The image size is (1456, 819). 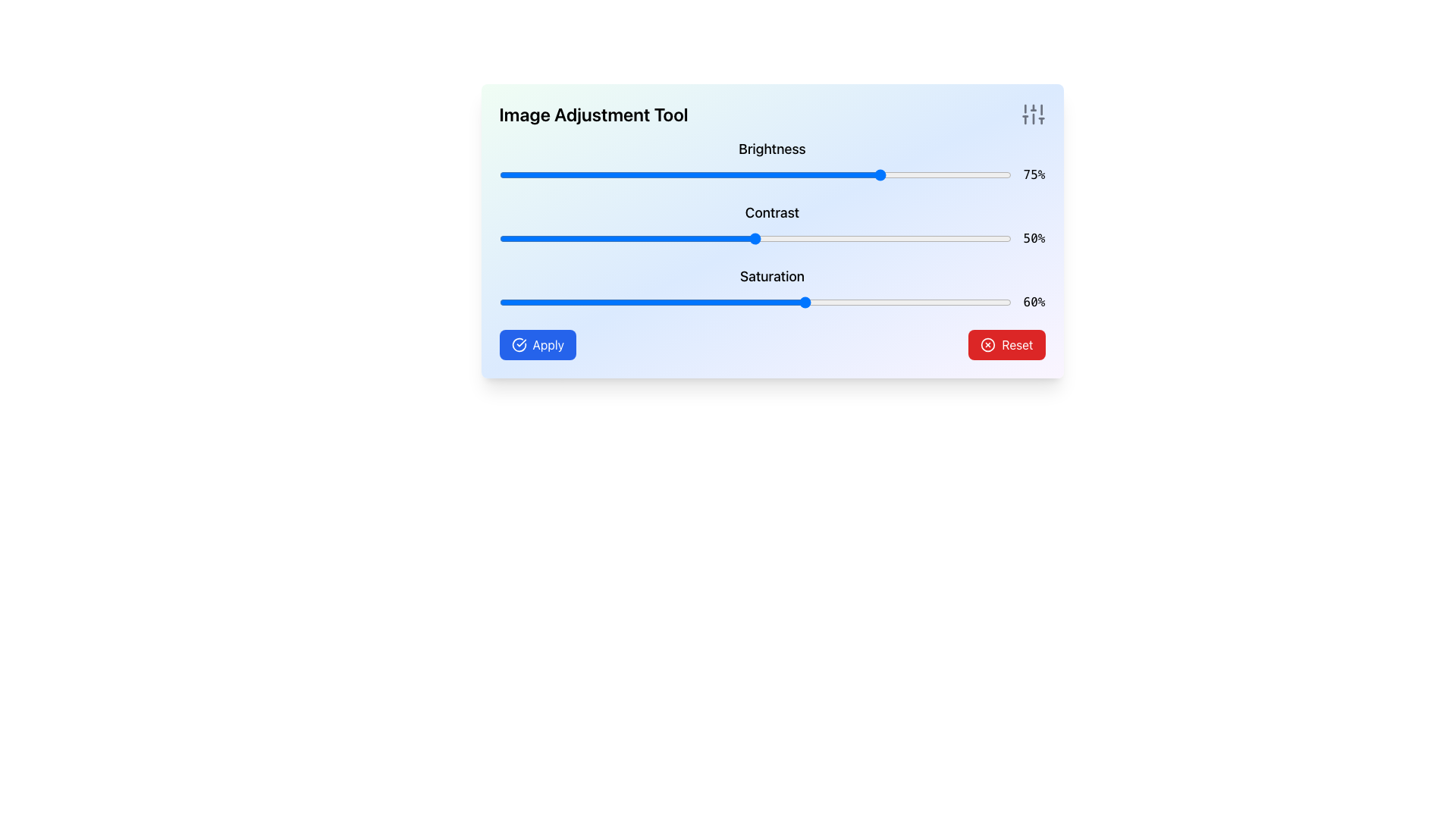 I want to click on the saturation, so click(x=642, y=302).